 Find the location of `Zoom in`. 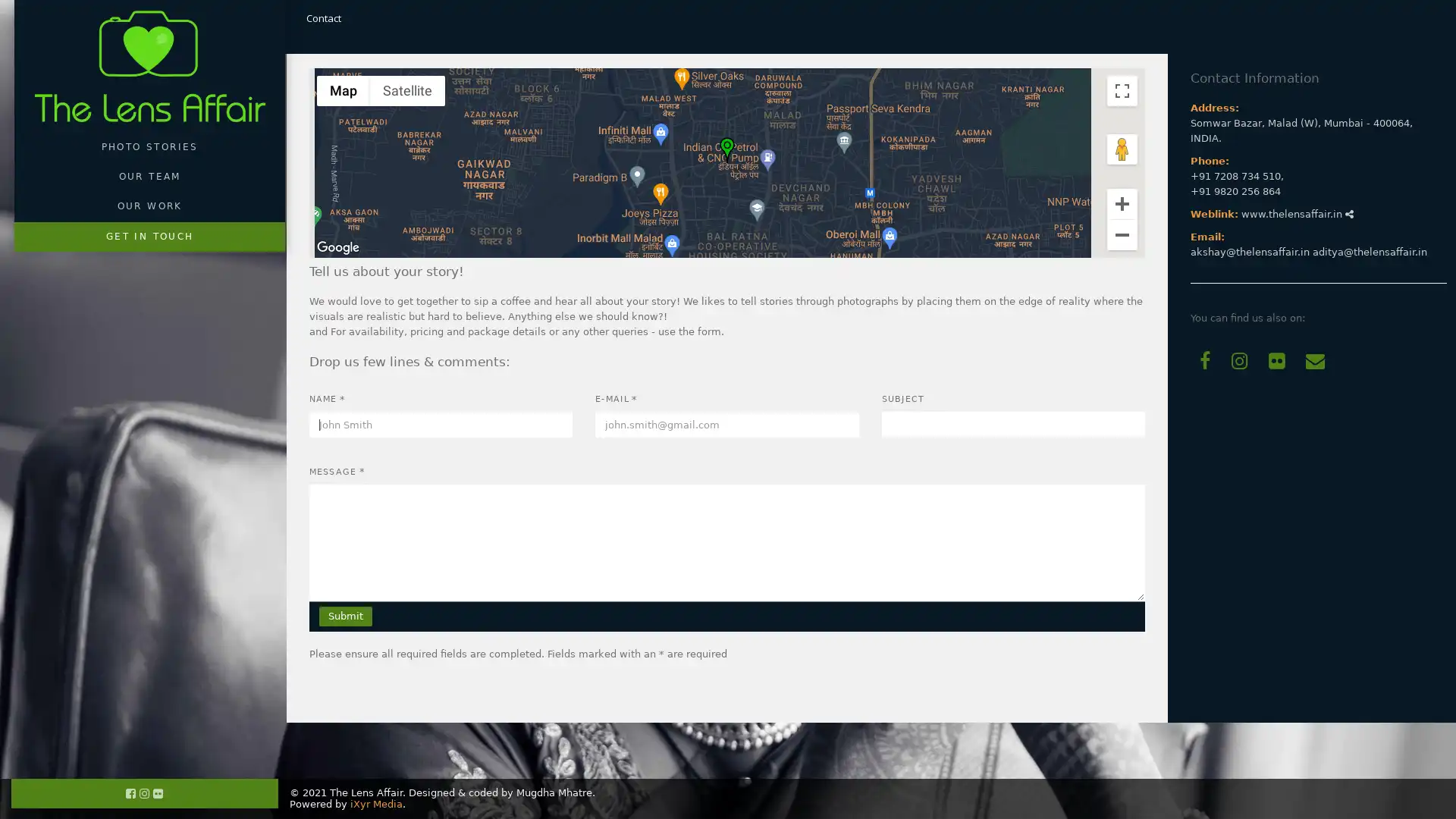

Zoom in is located at coordinates (1122, 202).